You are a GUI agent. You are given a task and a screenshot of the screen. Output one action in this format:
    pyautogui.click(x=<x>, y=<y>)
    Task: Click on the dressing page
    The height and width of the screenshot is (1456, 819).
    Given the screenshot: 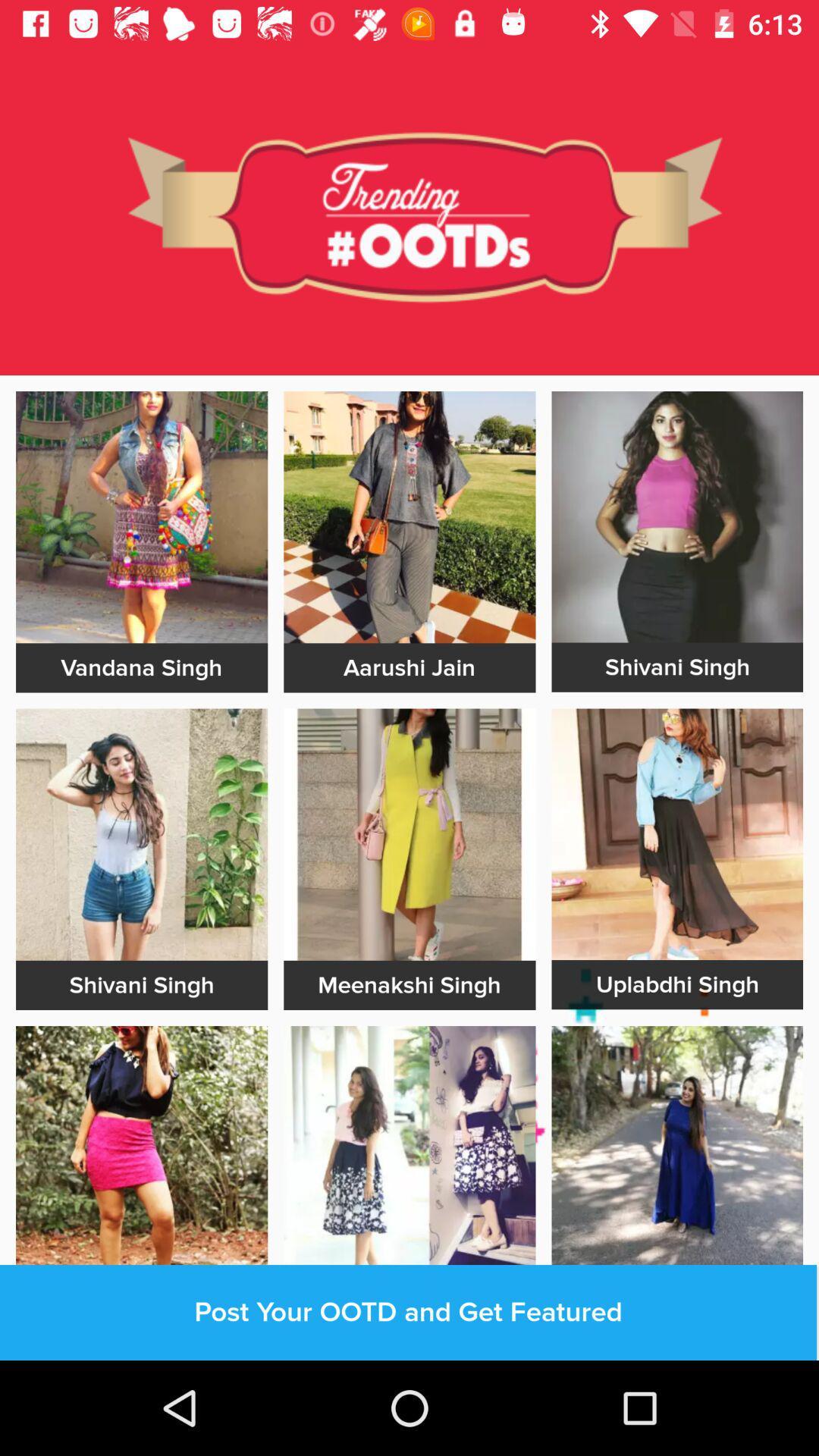 What is the action you would take?
    pyautogui.click(x=409, y=1152)
    